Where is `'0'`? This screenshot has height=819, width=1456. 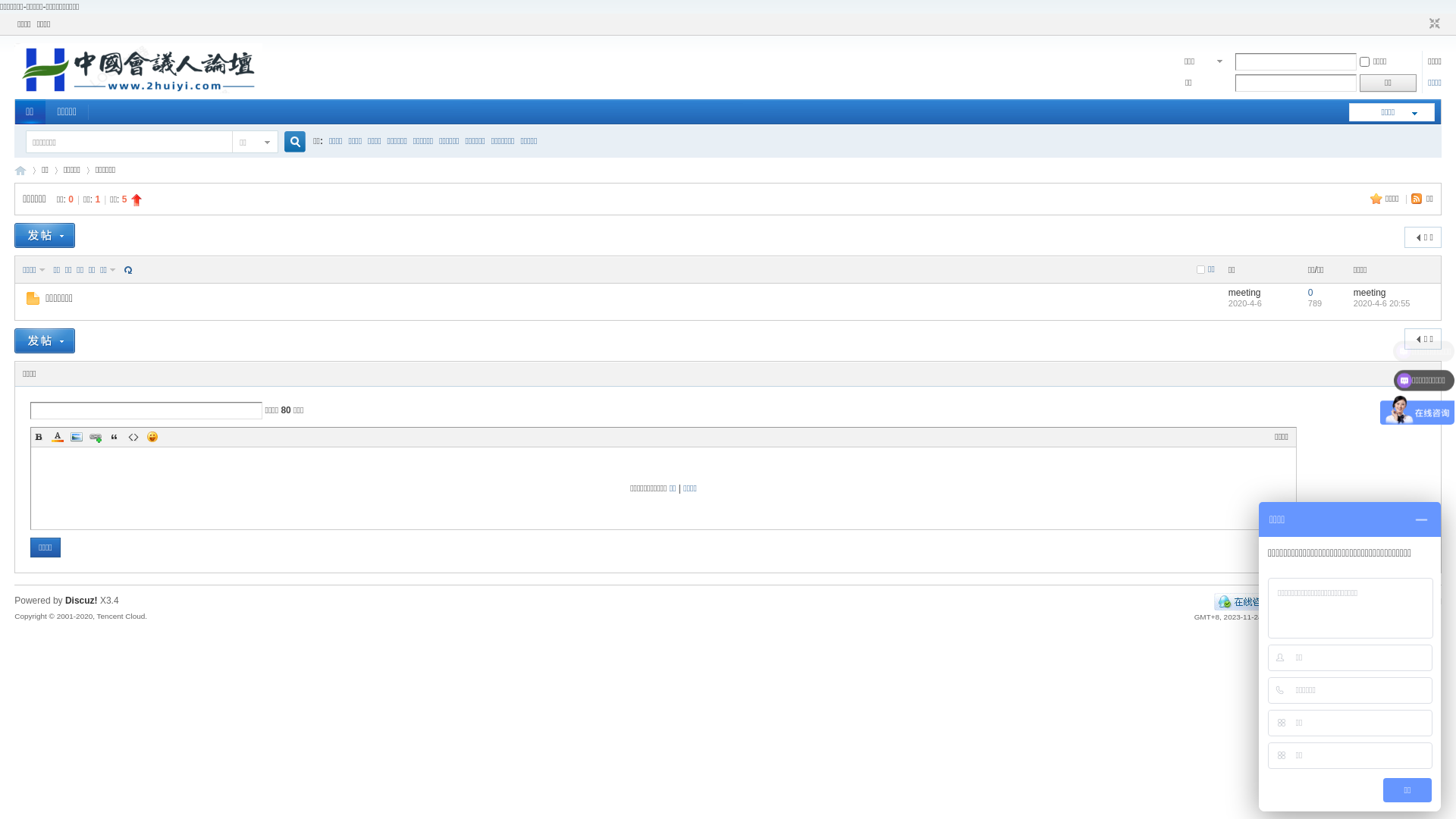 '0' is located at coordinates (1310, 292).